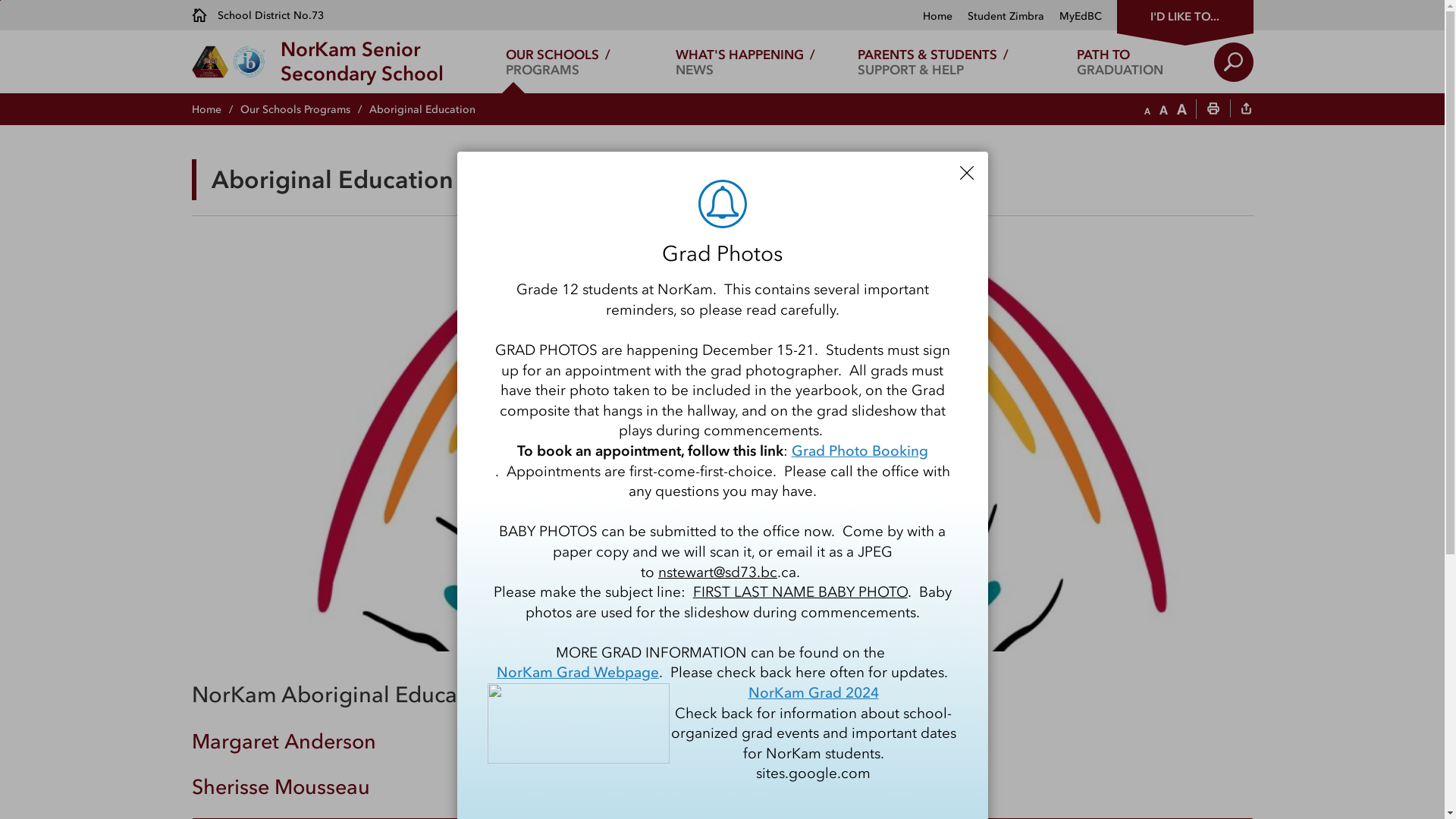 The height and width of the screenshot is (819, 1456). What do you see at coordinates (1183, 14) in the screenshot?
I see `'I'D LIKE TO...'` at bounding box center [1183, 14].